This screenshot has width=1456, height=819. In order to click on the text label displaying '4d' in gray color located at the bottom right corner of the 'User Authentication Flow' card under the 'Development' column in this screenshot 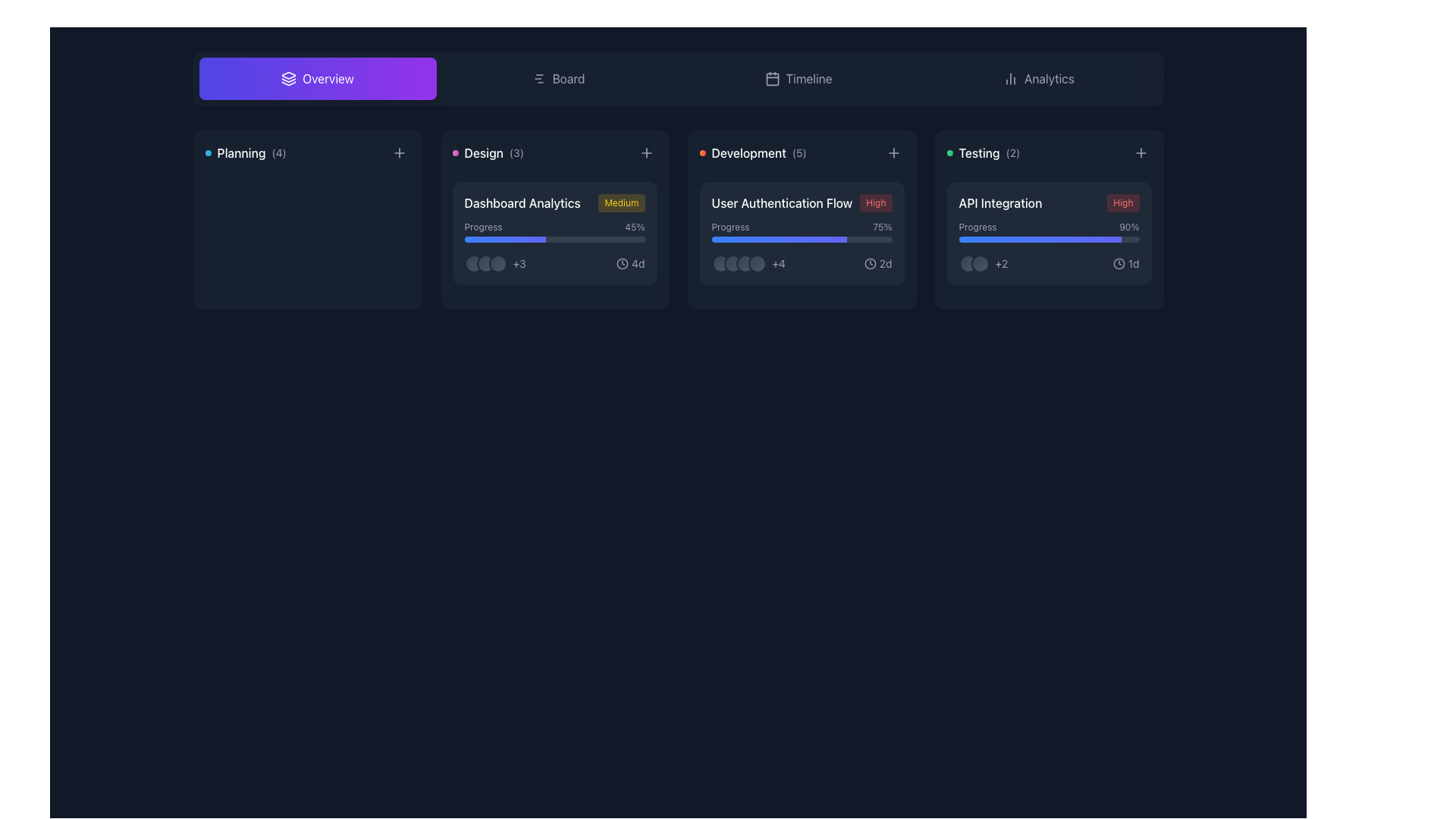, I will do `click(638, 262)`.